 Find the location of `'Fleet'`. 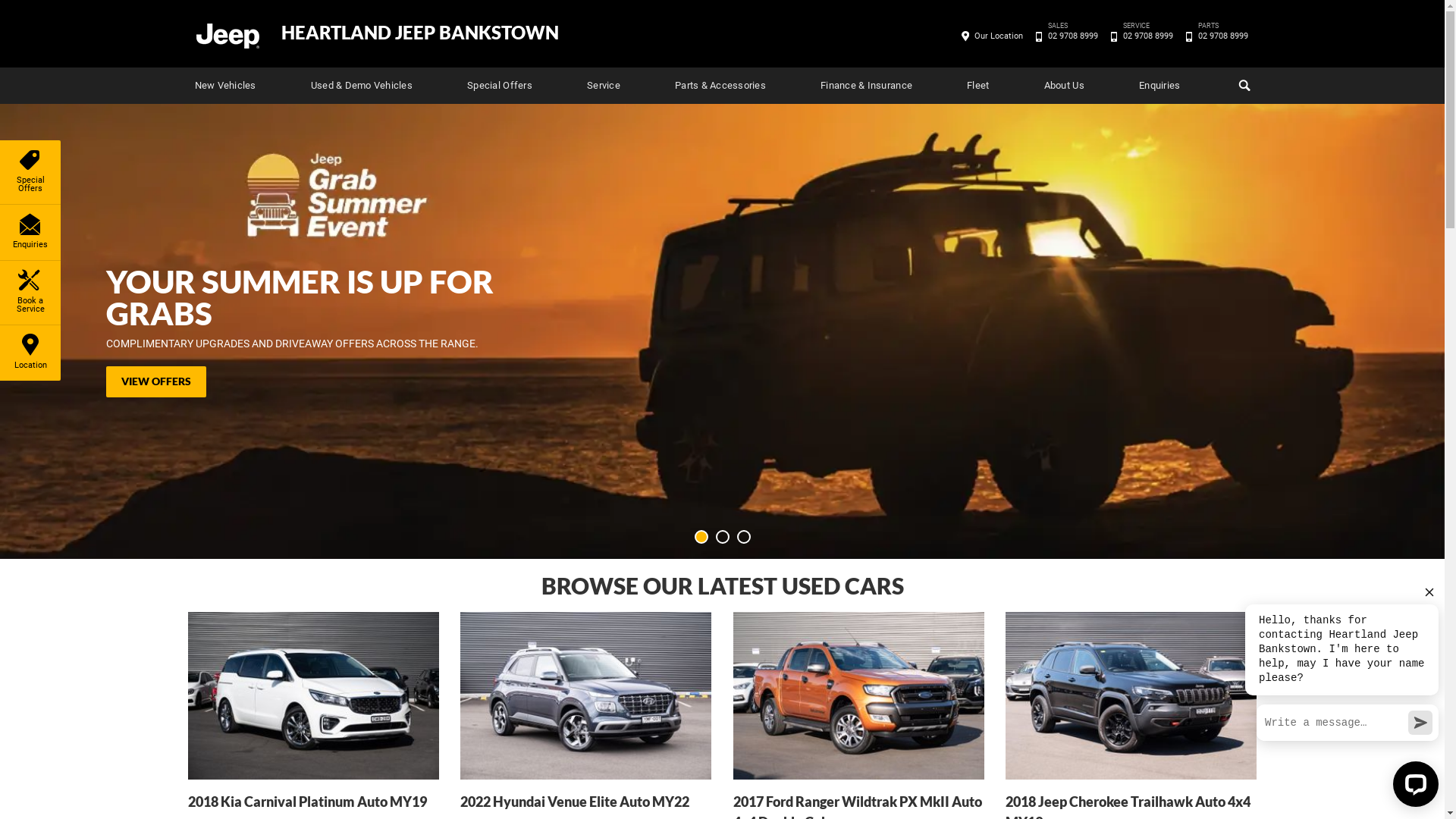

'Fleet' is located at coordinates (977, 85).